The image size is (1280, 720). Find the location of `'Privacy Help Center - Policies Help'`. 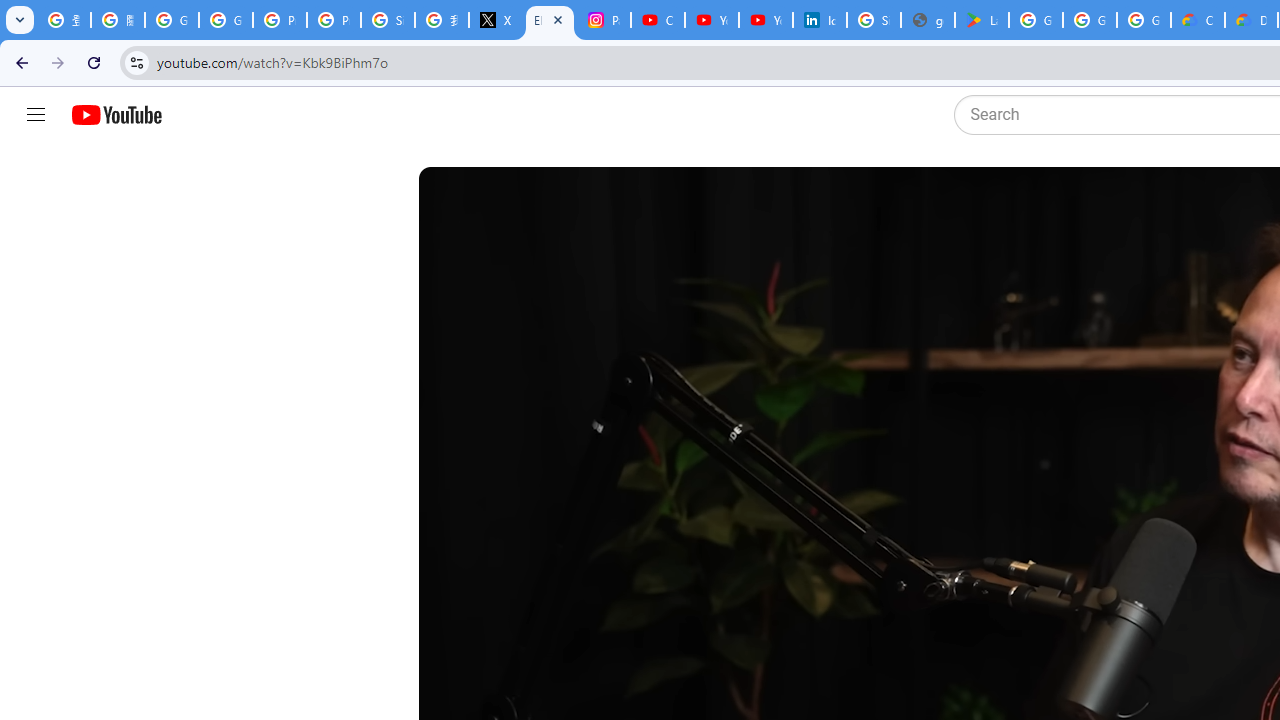

'Privacy Help Center - Policies Help' is located at coordinates (279, 20).